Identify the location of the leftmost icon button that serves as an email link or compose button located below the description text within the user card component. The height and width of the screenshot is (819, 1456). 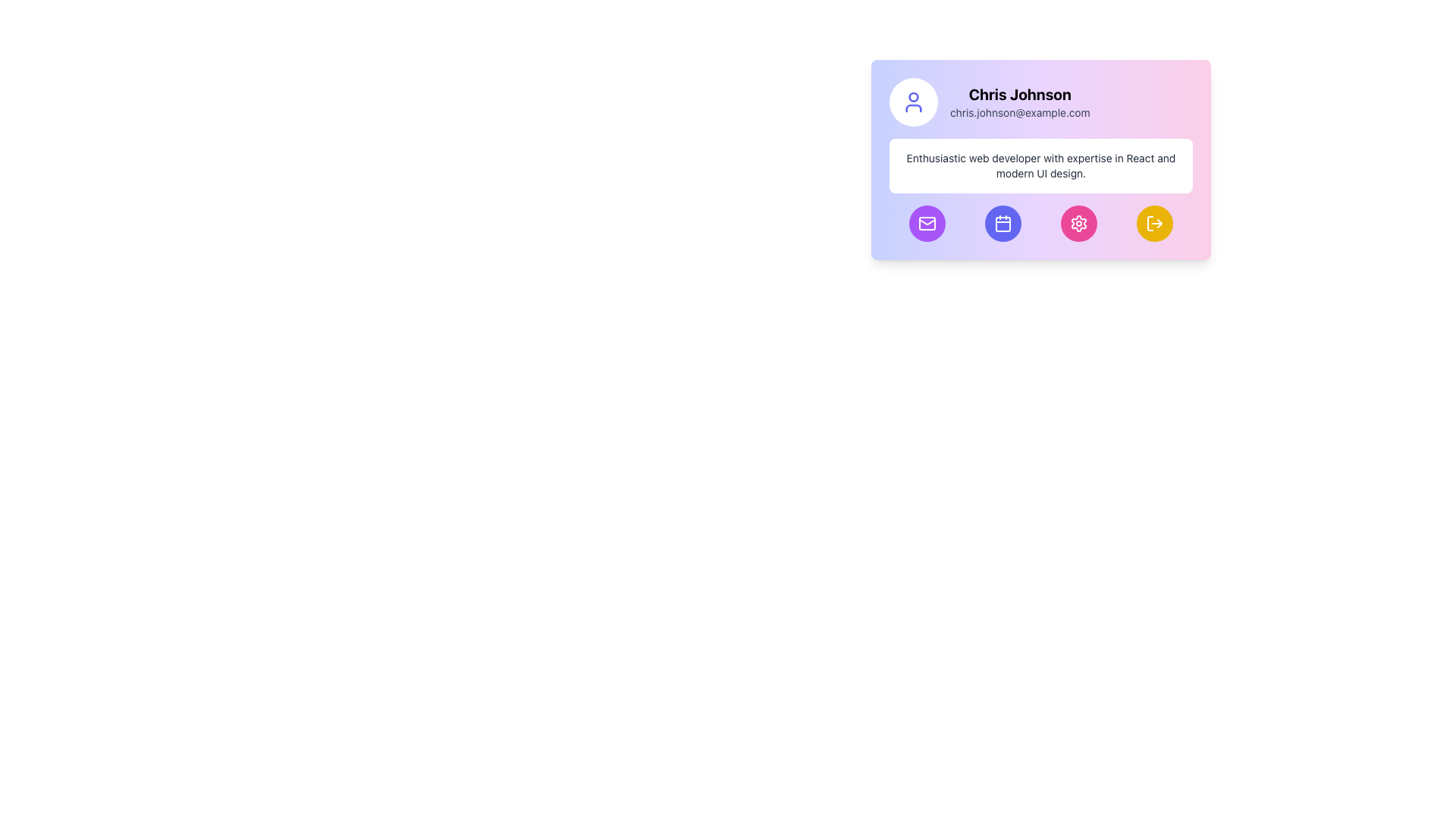
(927, 223).